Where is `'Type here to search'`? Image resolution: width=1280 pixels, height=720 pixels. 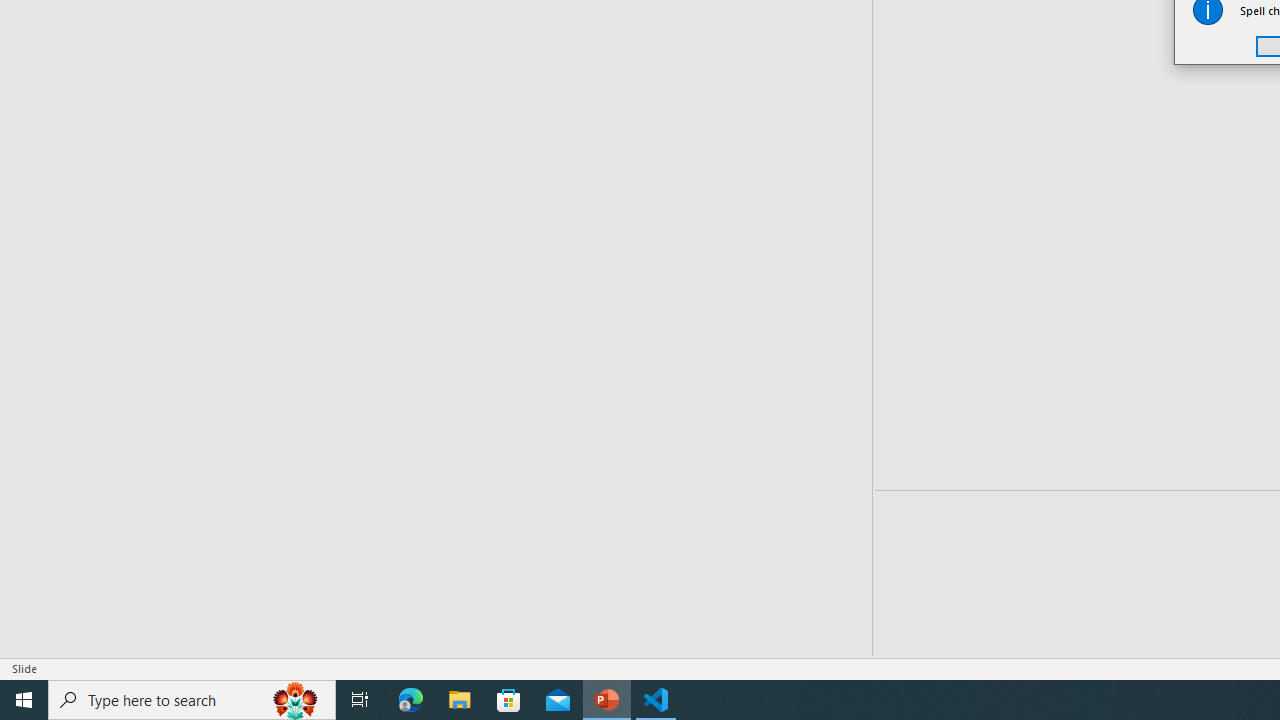 'Type here to search' is located at coordinates (192, 698).